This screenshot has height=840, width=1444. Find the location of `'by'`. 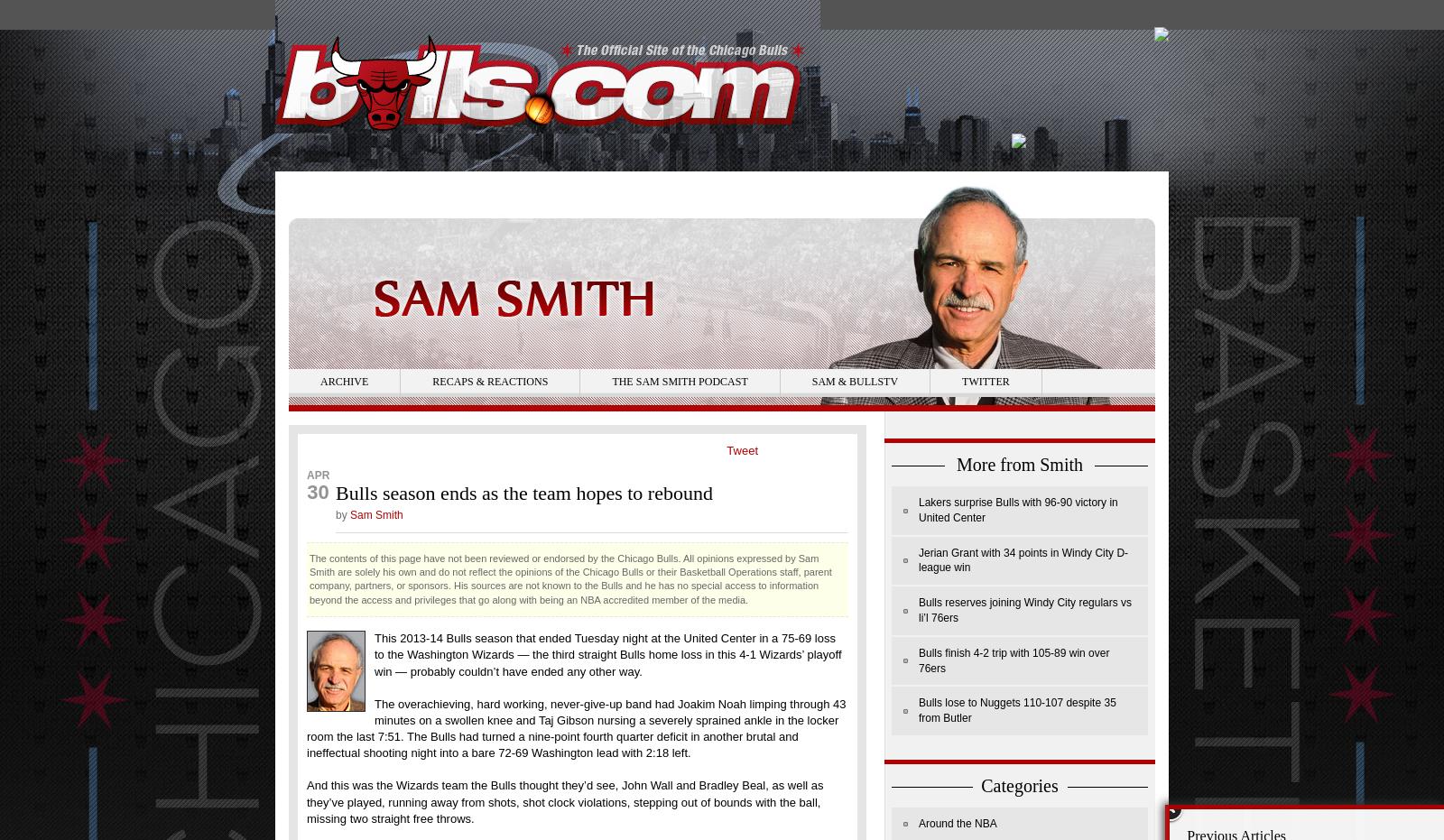

'by' is located at coordinates (343, 512).